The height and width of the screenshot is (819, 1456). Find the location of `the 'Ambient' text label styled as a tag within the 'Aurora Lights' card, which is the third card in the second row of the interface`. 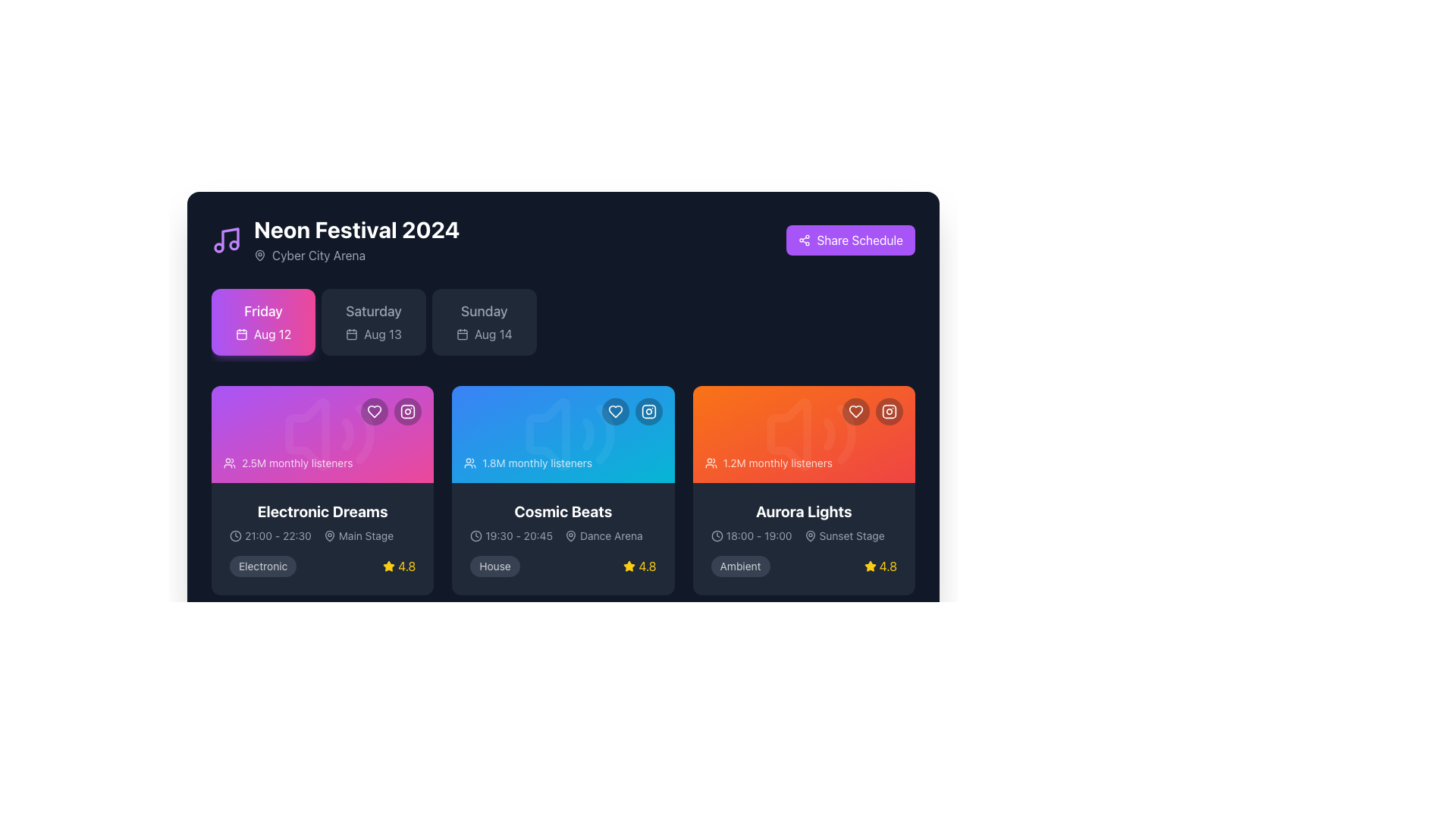

the 'Ambient' text label styled as a tag within the 'Aurora Lights' card, which is the third card in the second row of the interface is located at coordinates (740, 566).